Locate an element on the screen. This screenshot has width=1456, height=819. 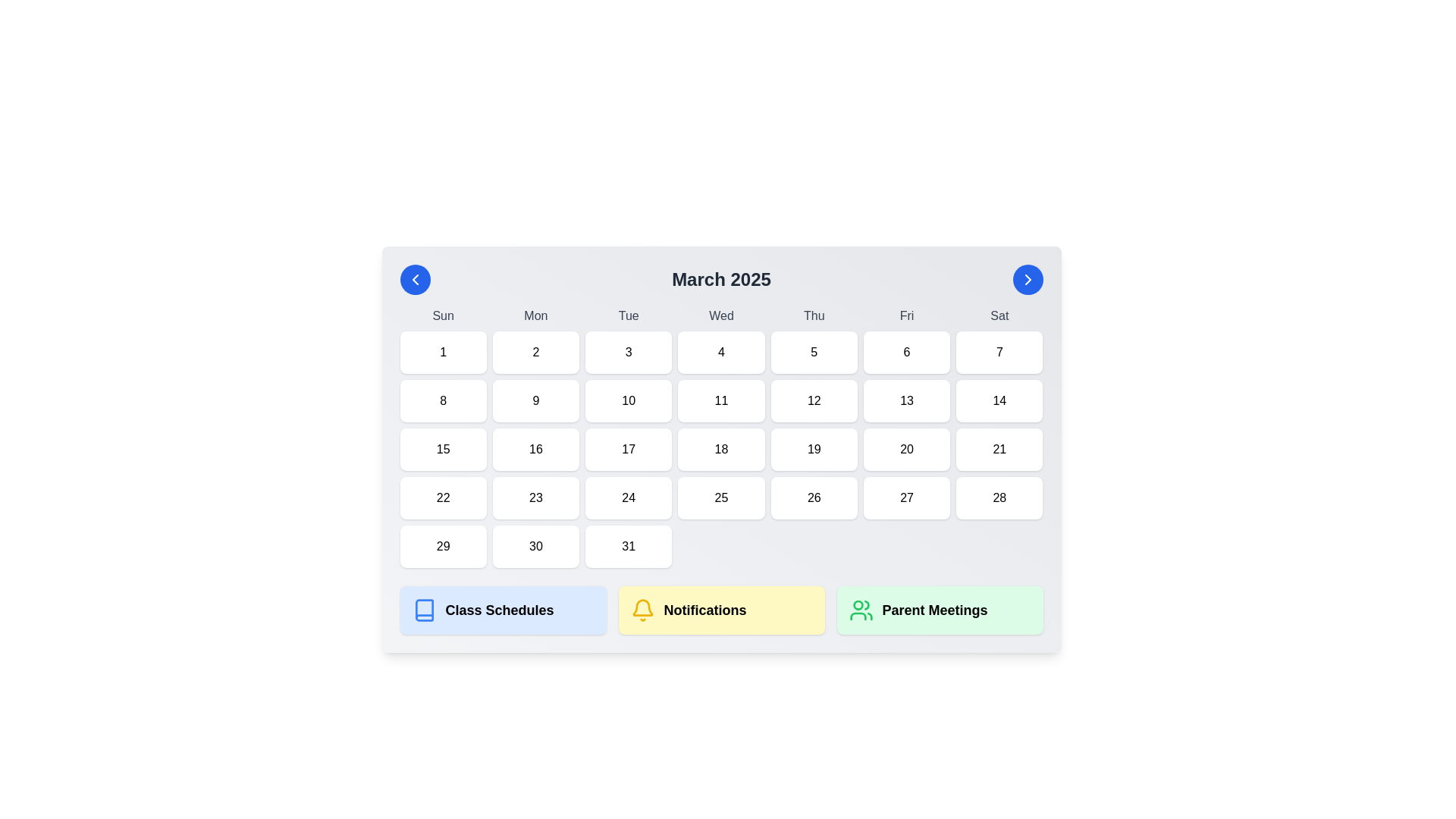
the yellow rectangular tile labeled 'Notifications' featuring a bell icon is located at coordinates (720, 610).